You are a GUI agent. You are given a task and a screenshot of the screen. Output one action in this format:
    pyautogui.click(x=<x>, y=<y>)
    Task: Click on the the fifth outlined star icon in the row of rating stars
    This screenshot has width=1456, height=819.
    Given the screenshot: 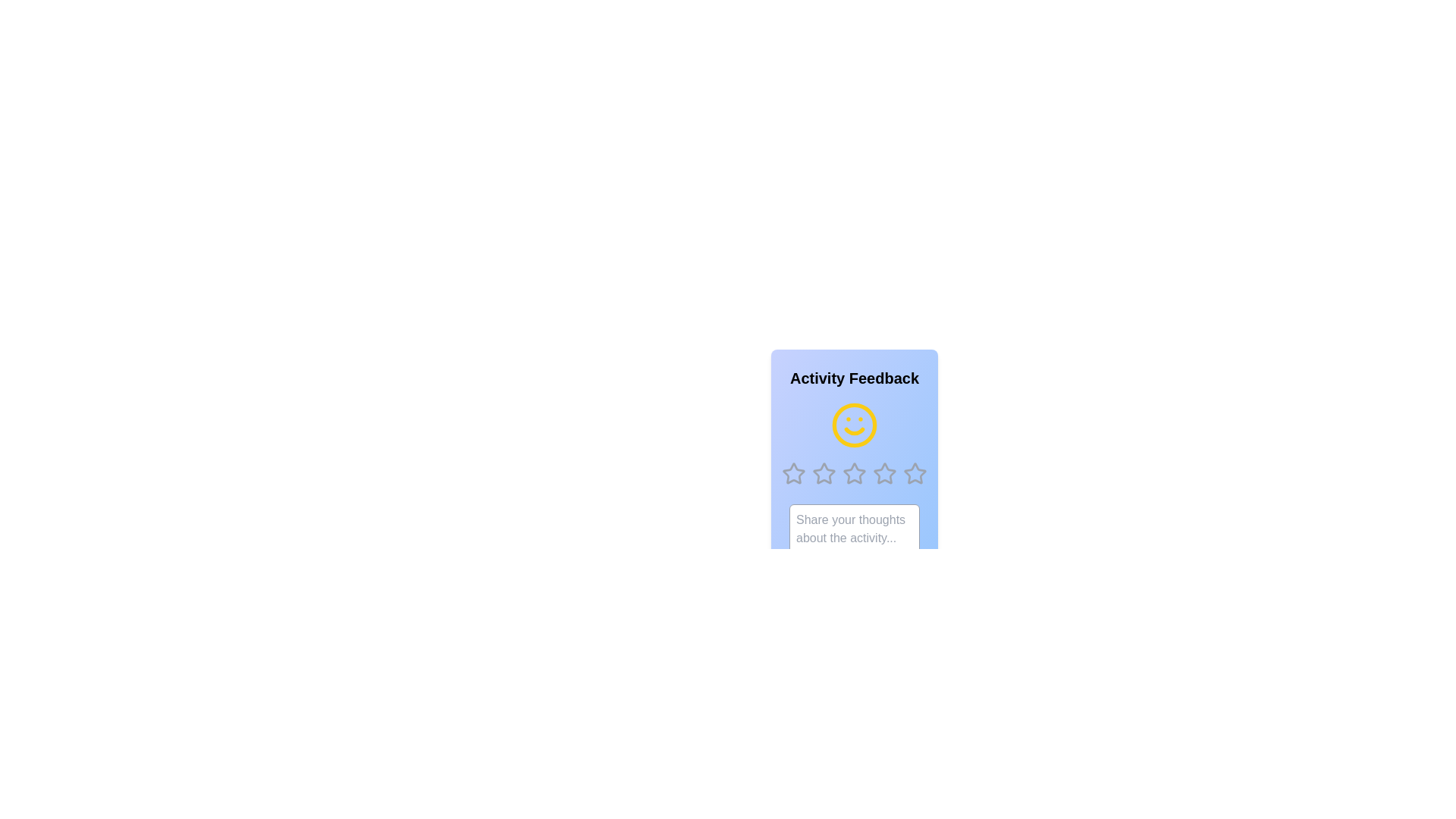 What is the action you would take?
    pyautogui.click(x=914, y=472)
    